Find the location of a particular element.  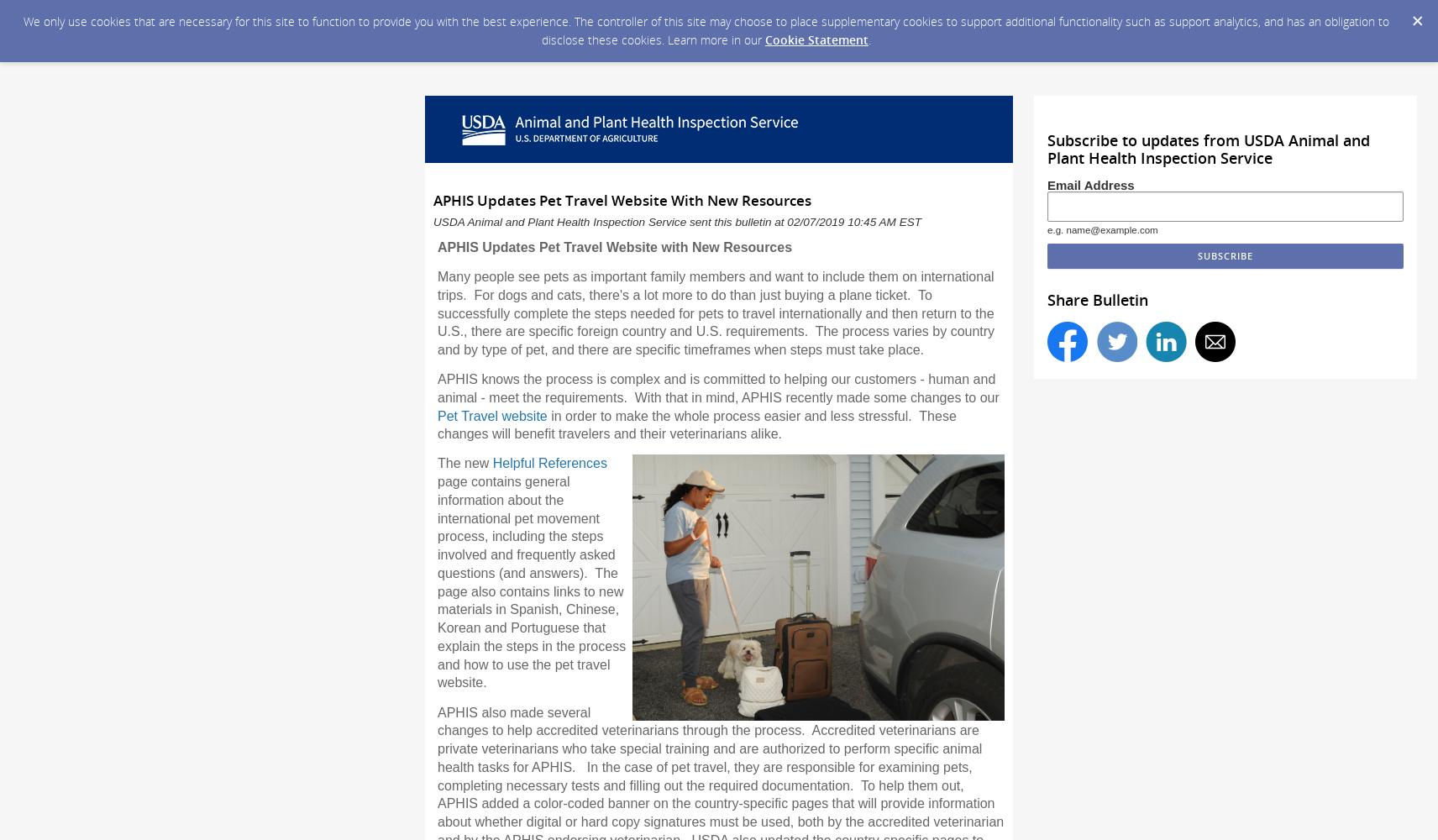

'We only use cookies that are necessary for this site to function to provide you with the best experience. The controller of this site may choose to place supplementary cookies to support additional functionality such as support analytics, and has an obligation to disclose these cookies. Learn more in our' is located at coordinates (706, 30).